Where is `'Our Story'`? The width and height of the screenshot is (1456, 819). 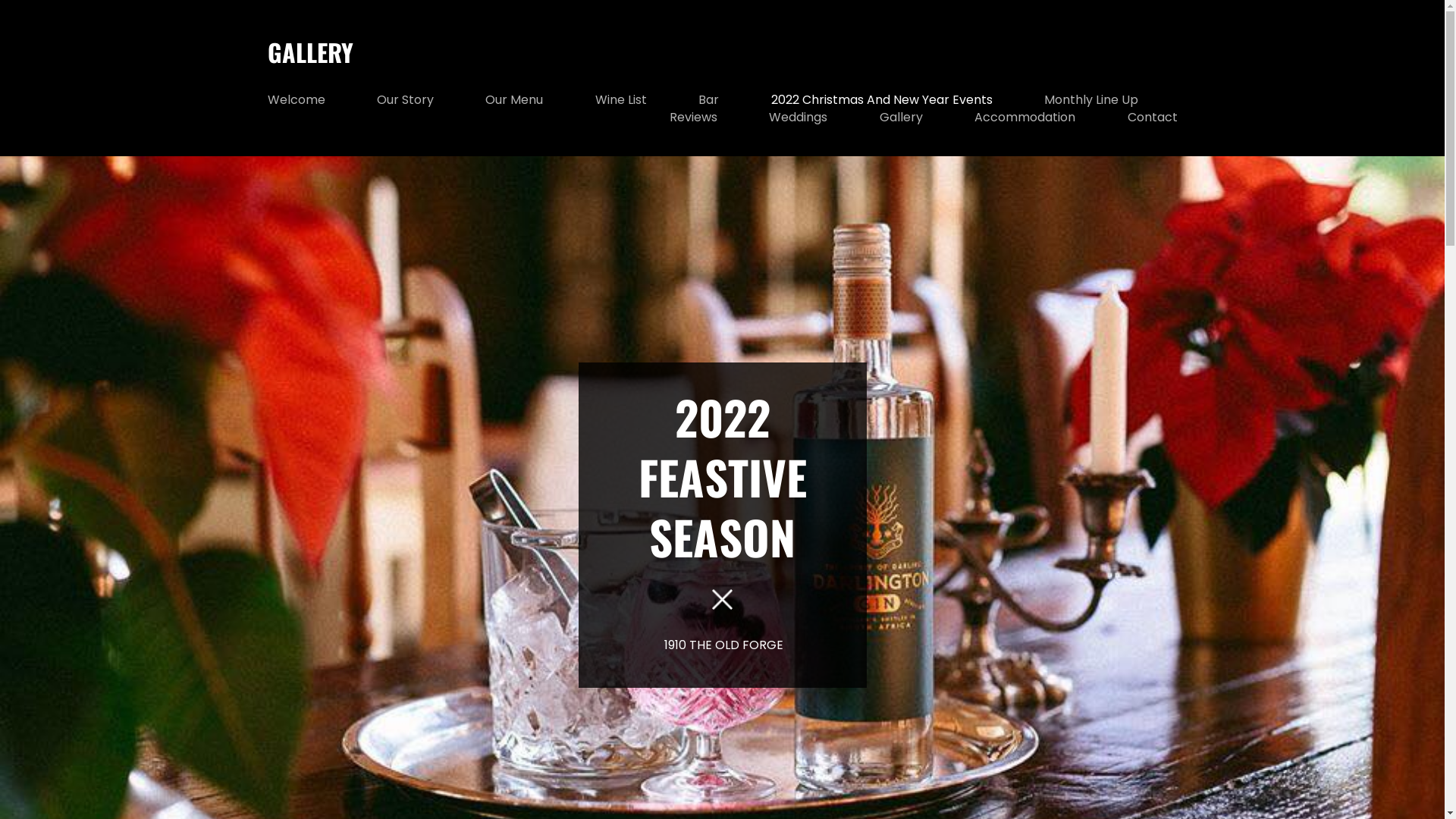
'Our Story' is located at coordinates (377, 99).